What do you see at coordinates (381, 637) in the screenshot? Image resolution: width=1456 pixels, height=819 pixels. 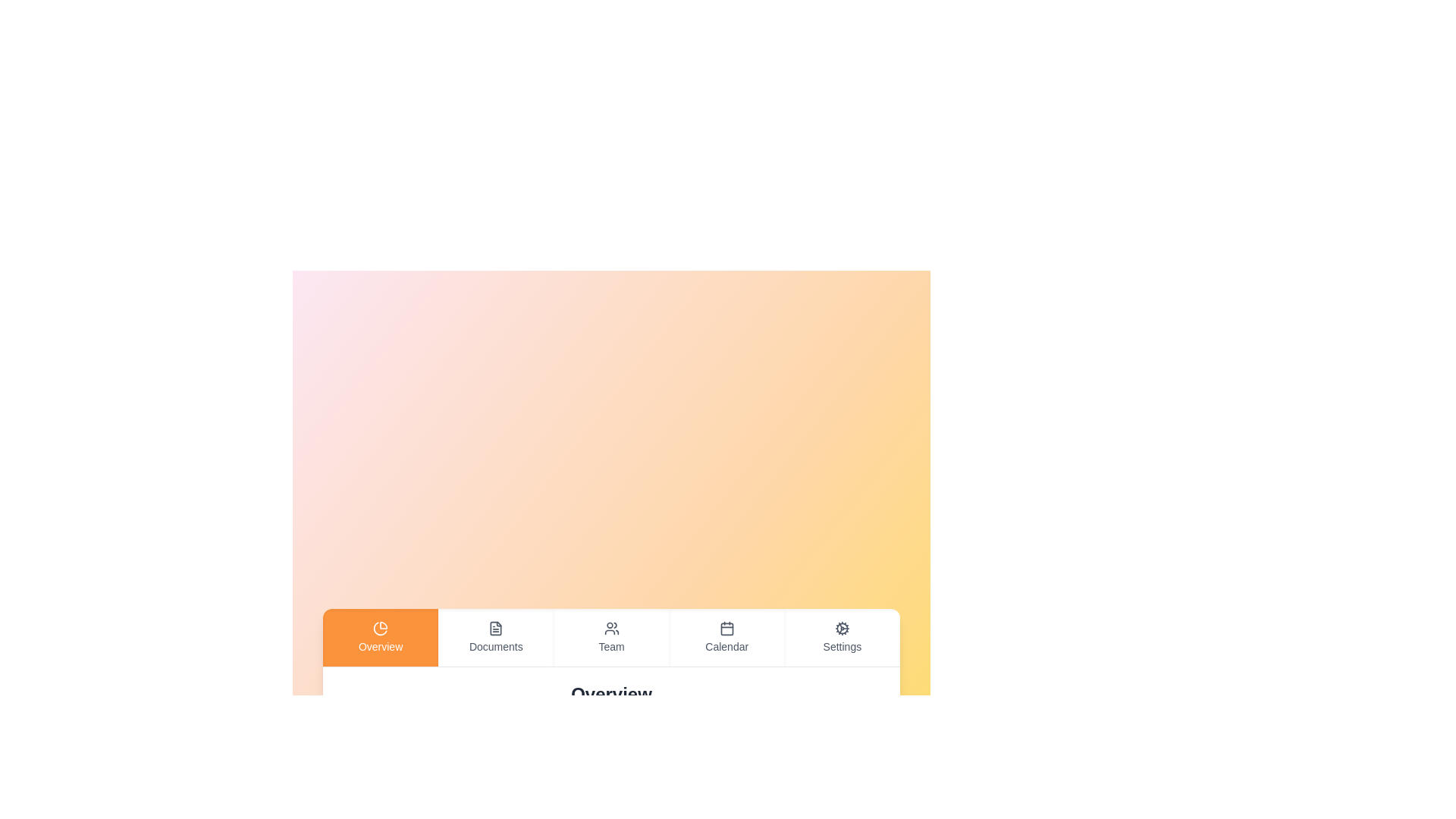 I see `the 'Overview' button with an orange background and white text` at bounding box center [381, 637].